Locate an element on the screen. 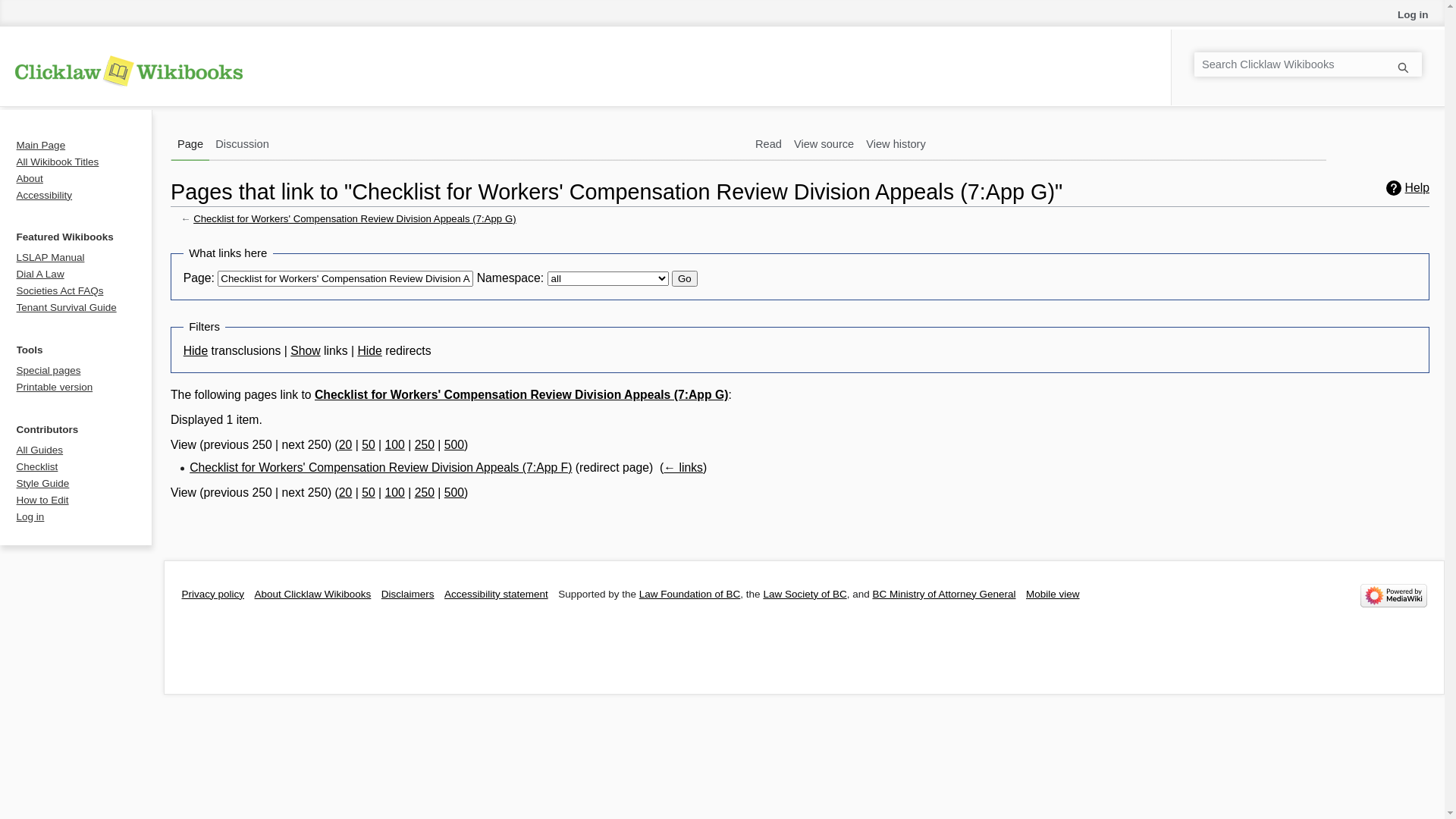 Image resolution: width=1456 pixels, height=819 pixels. 'Show' is located at coordinates (290, 350).